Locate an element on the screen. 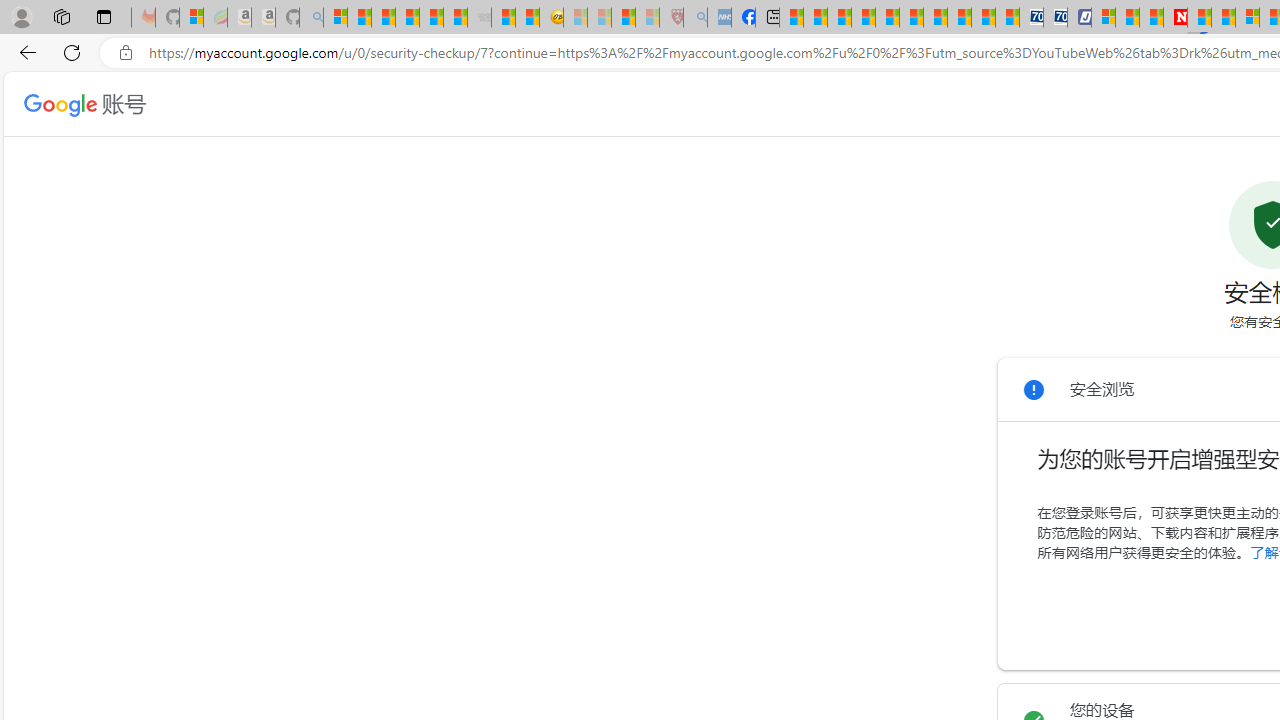  'New Report Confirms 2023 Was Record Hot | Watch' is located at coordinates (430, 17).